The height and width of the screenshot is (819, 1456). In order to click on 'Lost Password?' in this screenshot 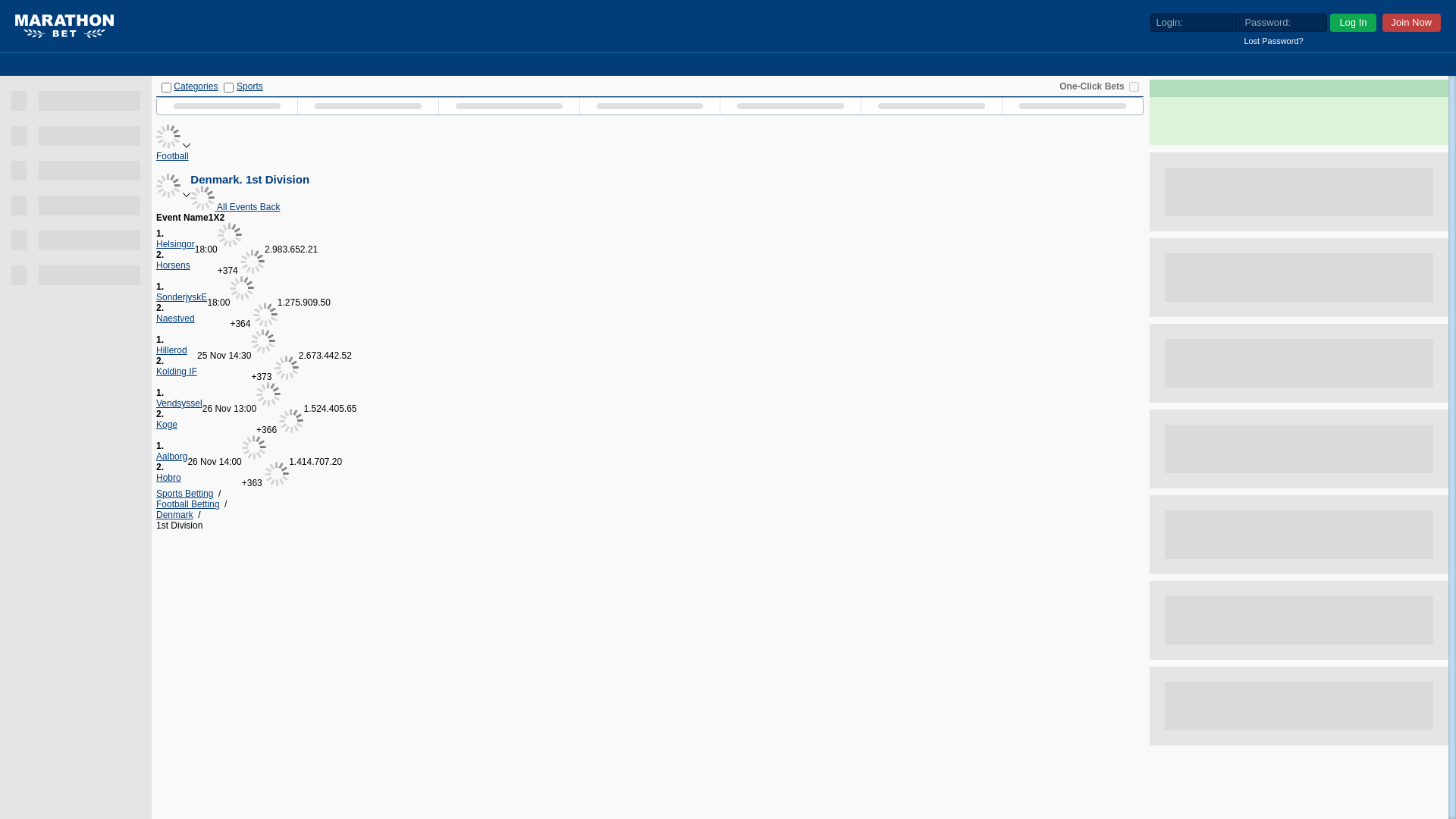, I will do `click(1270, 40)`.